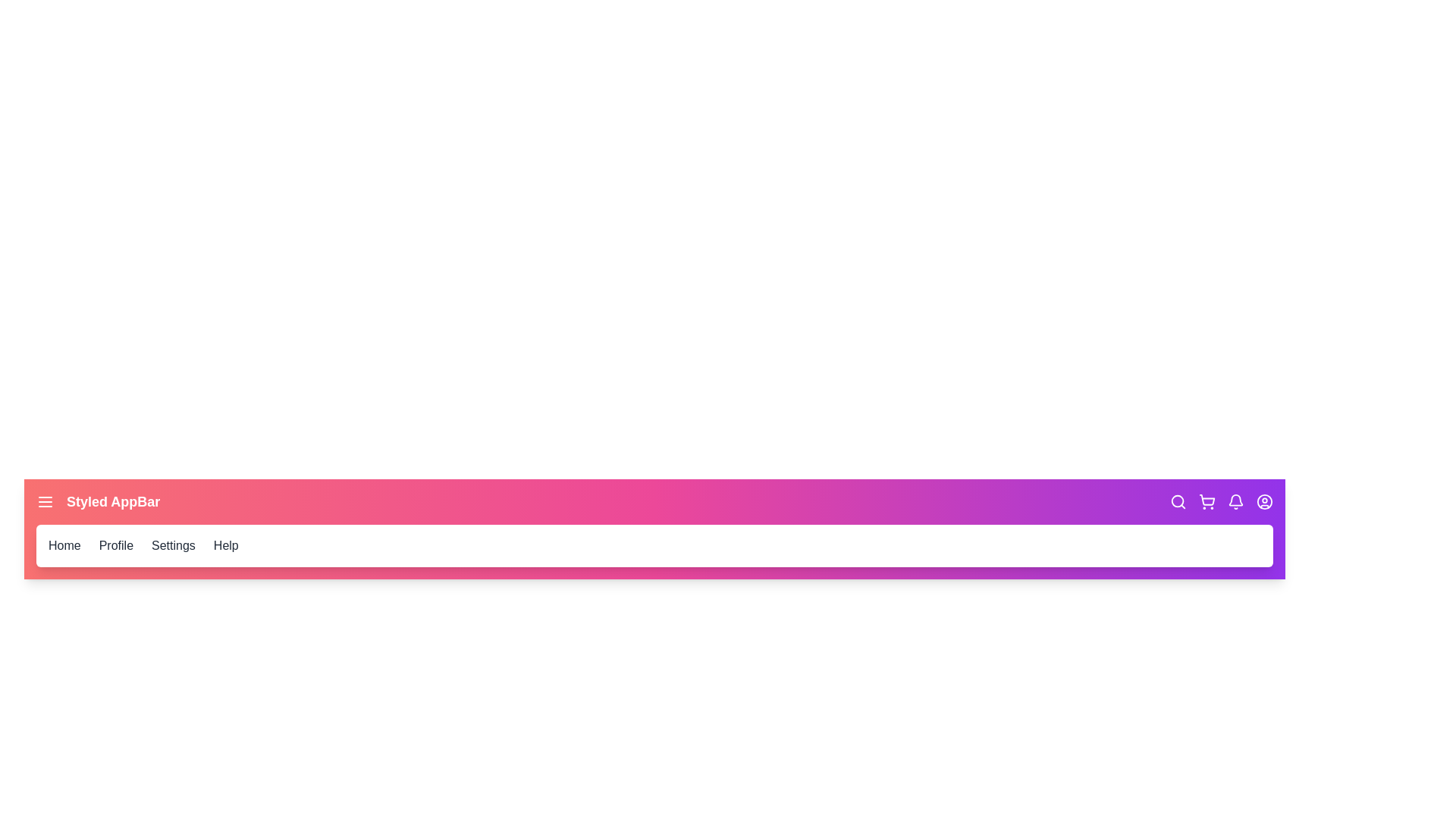  Describe the element at coordinates (45, 502) in the screenshot. I see `the hamburger menu icon to toggle the menu` at that location.